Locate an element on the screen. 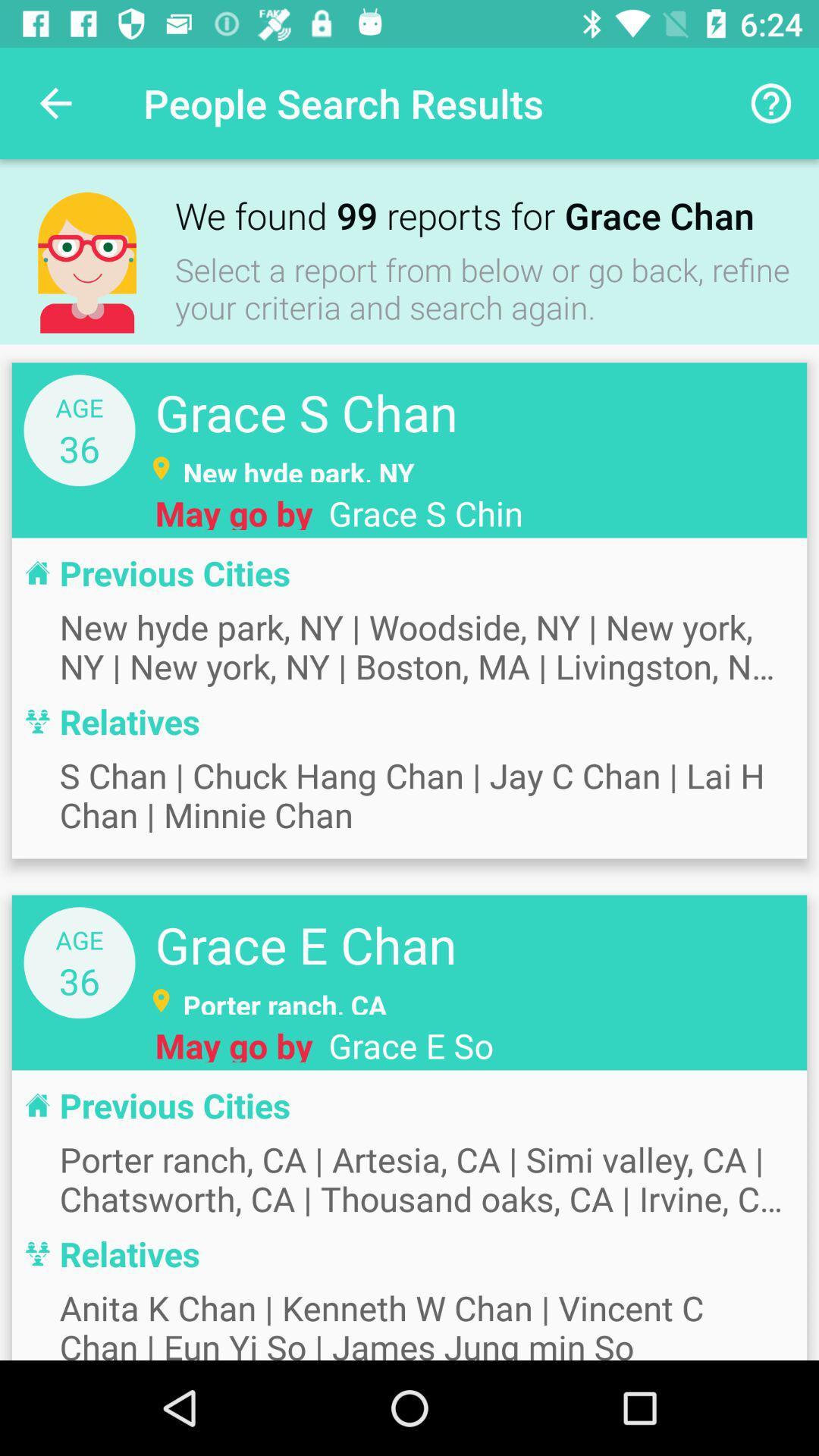  the item at the top right corner is located at coordinates (771, 102).